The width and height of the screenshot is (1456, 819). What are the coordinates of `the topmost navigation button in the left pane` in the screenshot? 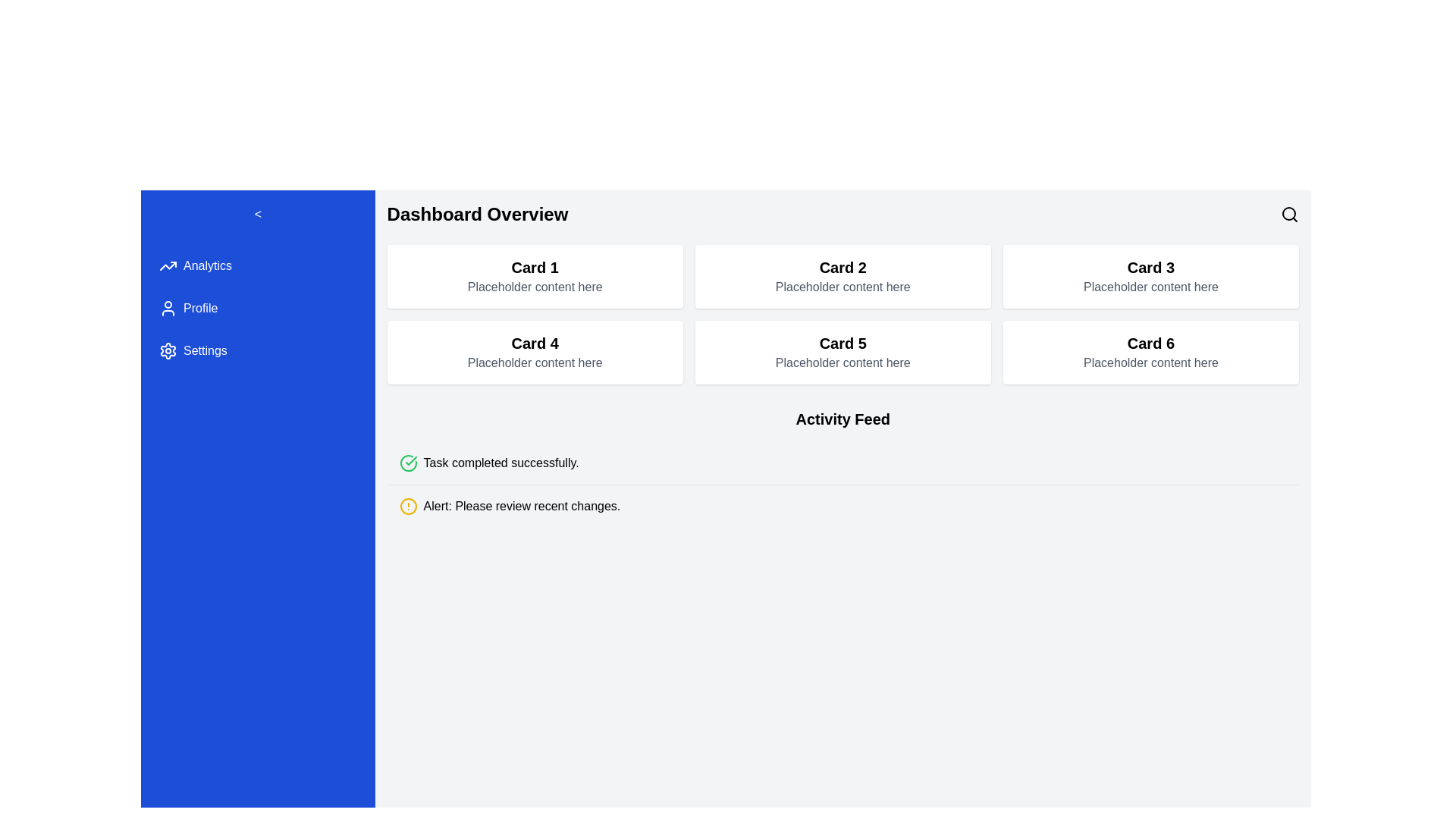 It's located at (258, 265).